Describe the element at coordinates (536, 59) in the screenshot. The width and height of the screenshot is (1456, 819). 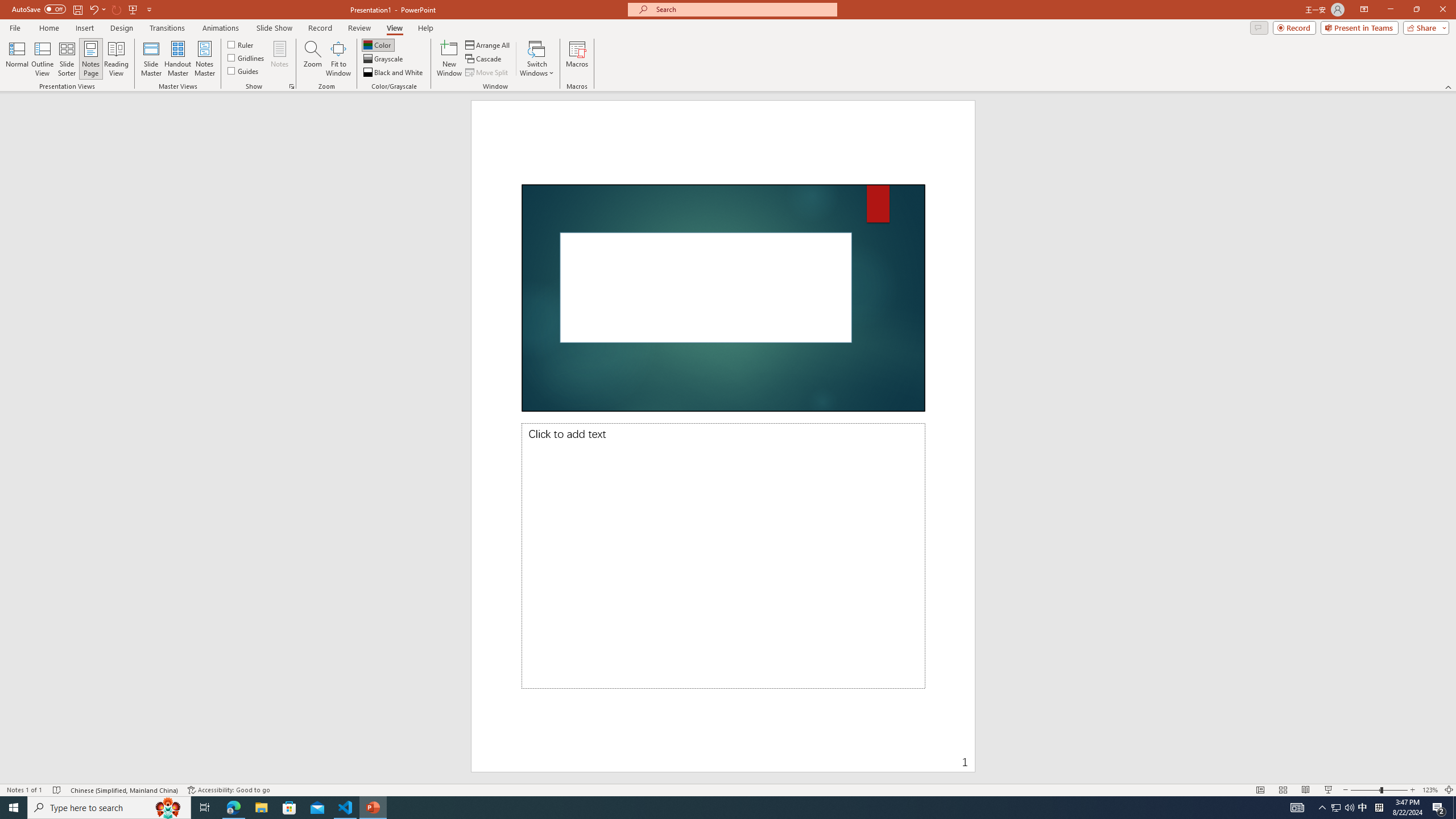
I see `'Switch Windows'` at that location.